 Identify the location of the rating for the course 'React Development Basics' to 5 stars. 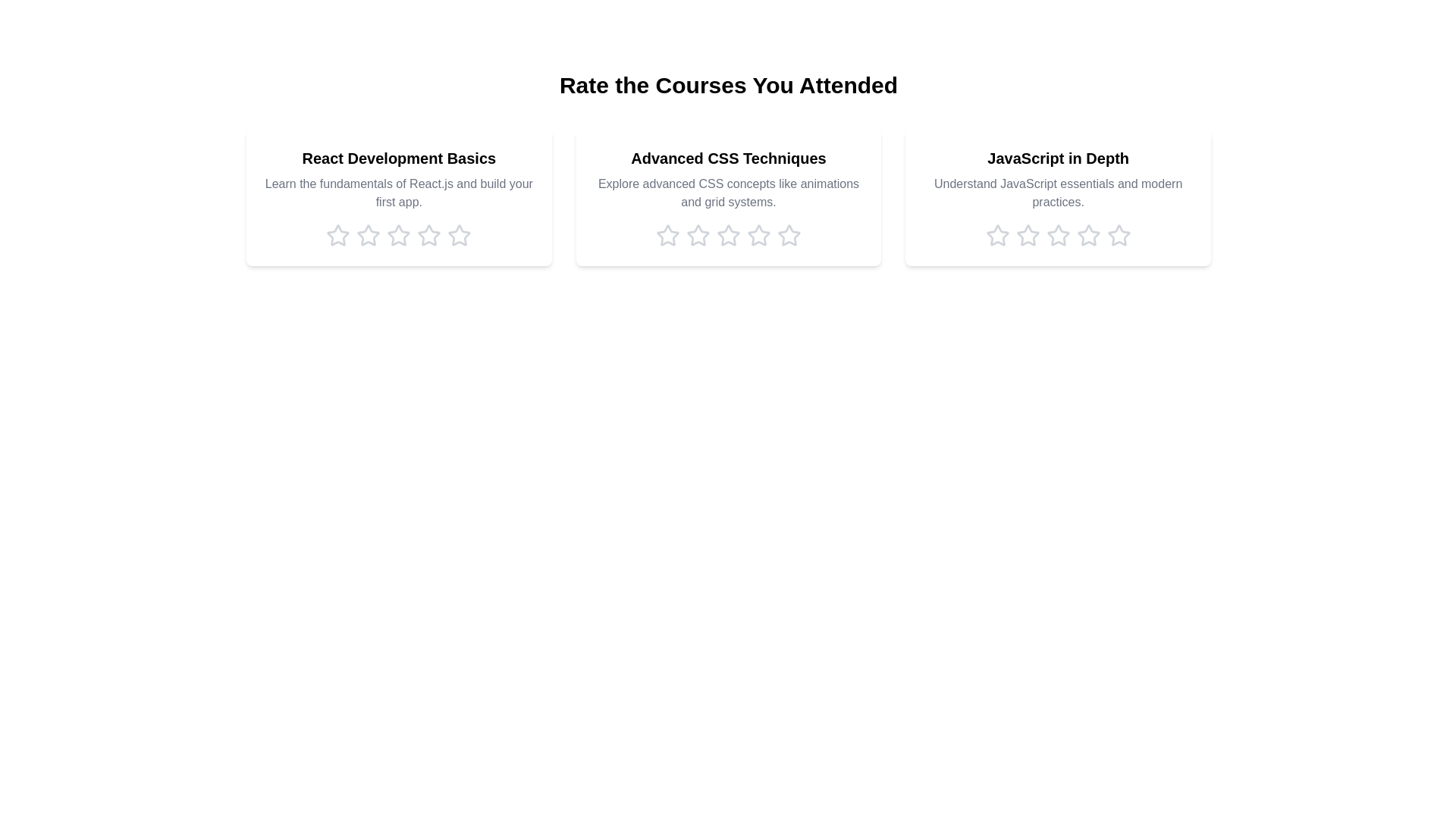
(459, 236).